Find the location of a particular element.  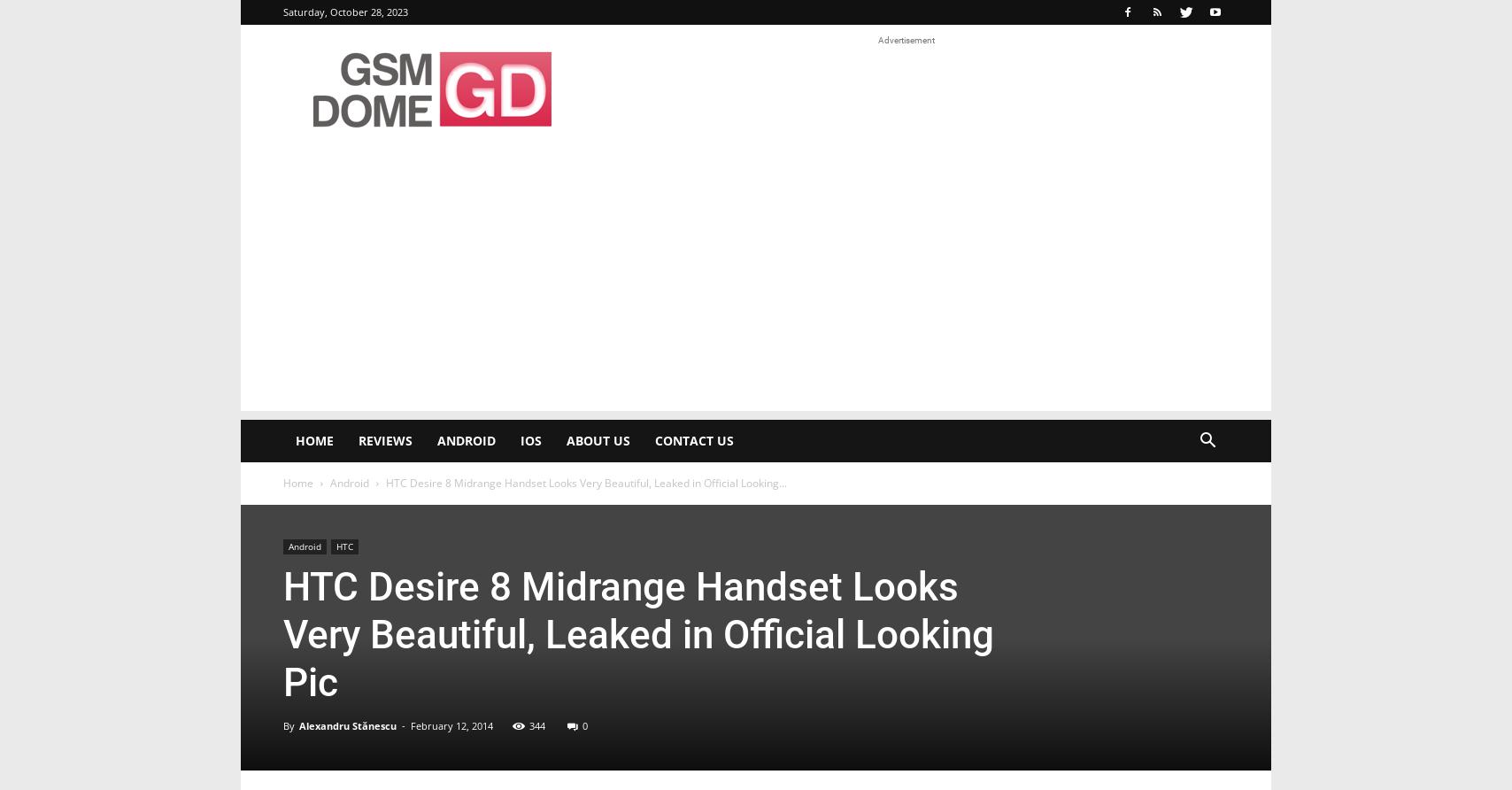

'HTC' is located at coordinates (344, 545).